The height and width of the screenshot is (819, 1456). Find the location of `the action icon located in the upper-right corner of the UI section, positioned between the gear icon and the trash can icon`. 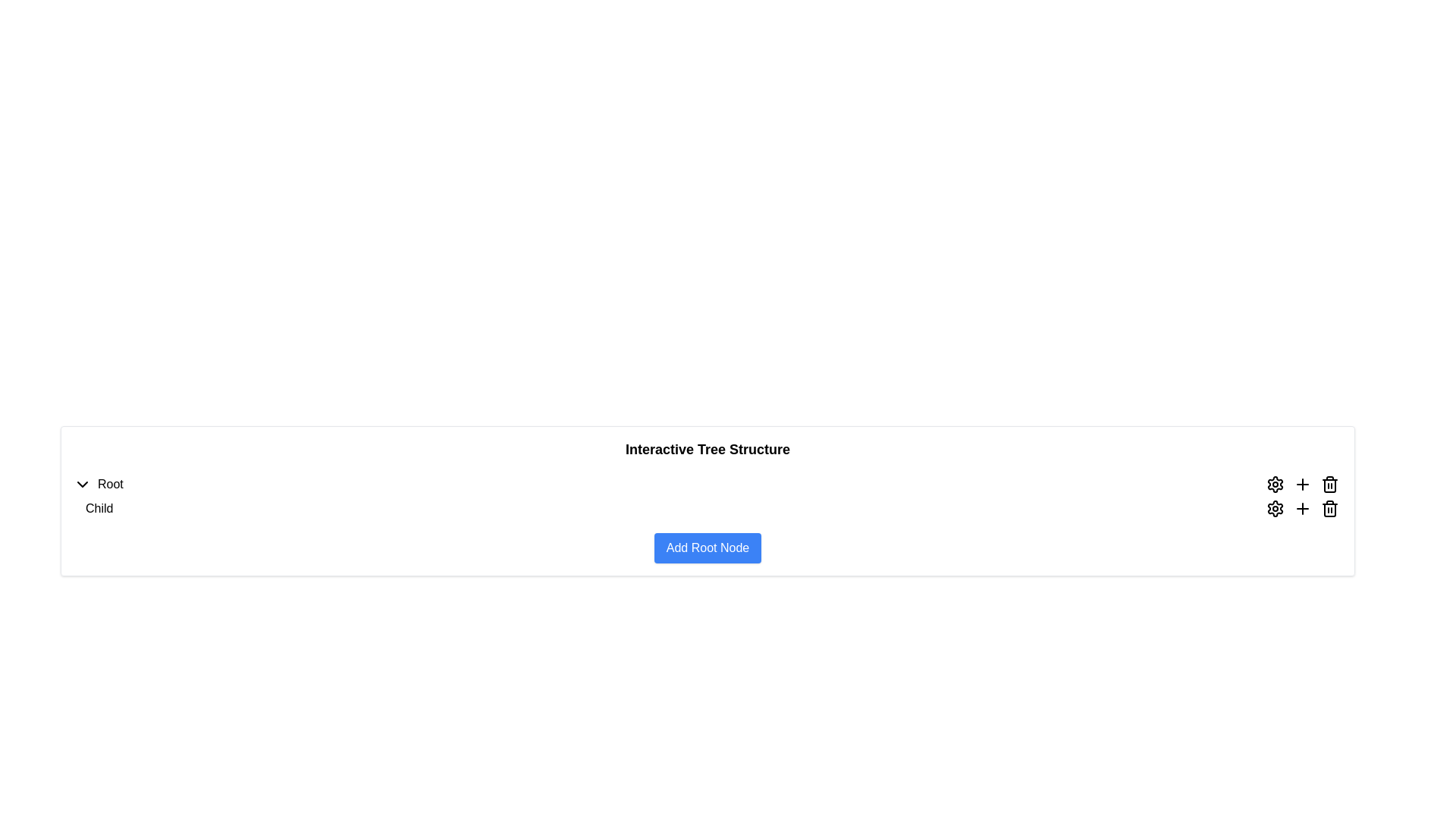

the action icon located in the upper-right corner of the UI section, positioned between the gear icon and the trash can icon is located at coordinates (1302, 509).